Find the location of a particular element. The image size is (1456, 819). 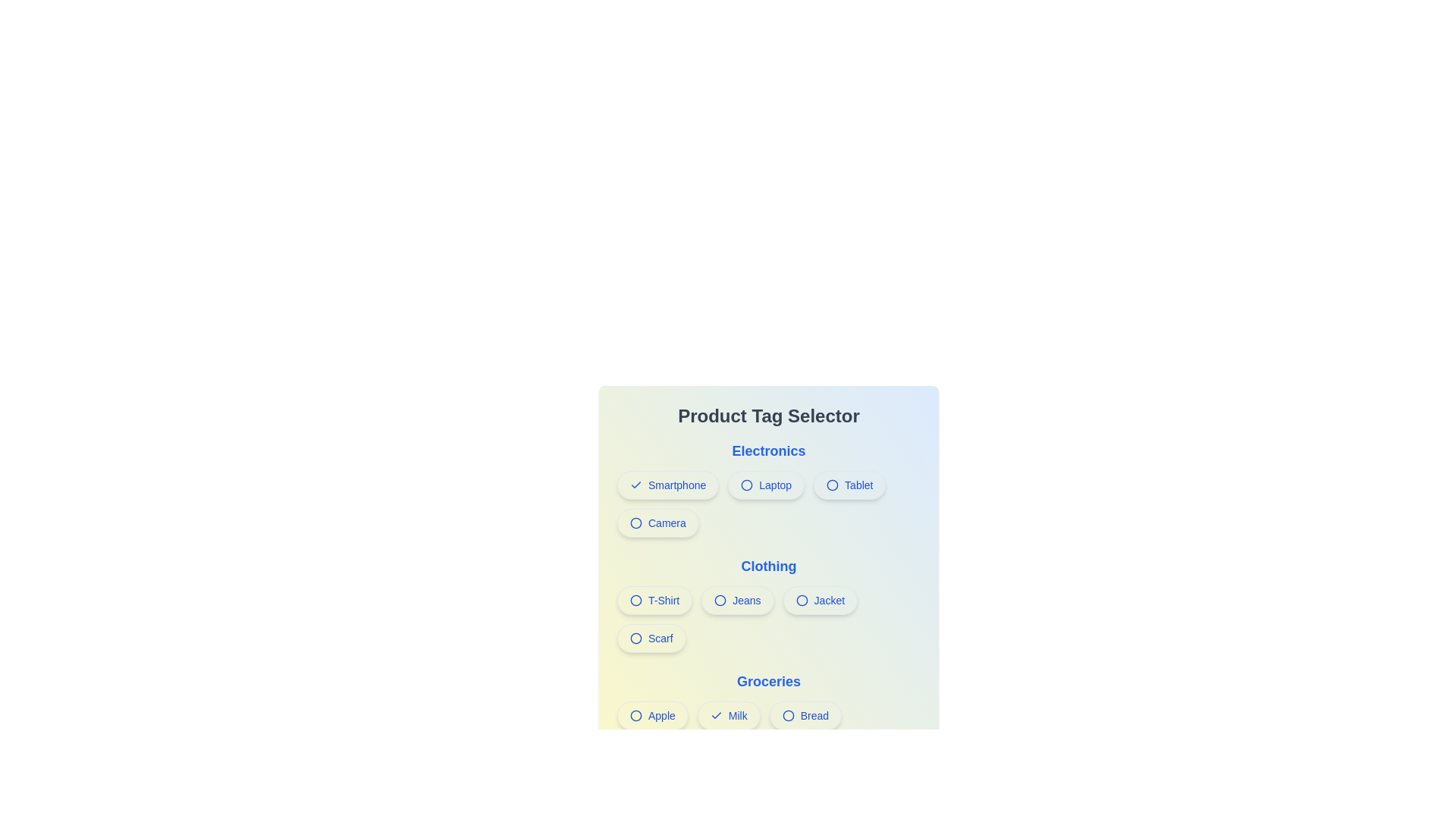

the checkbox for the 'Jeans' tag located at the left side of the tag is located at coordinates (720, 599).